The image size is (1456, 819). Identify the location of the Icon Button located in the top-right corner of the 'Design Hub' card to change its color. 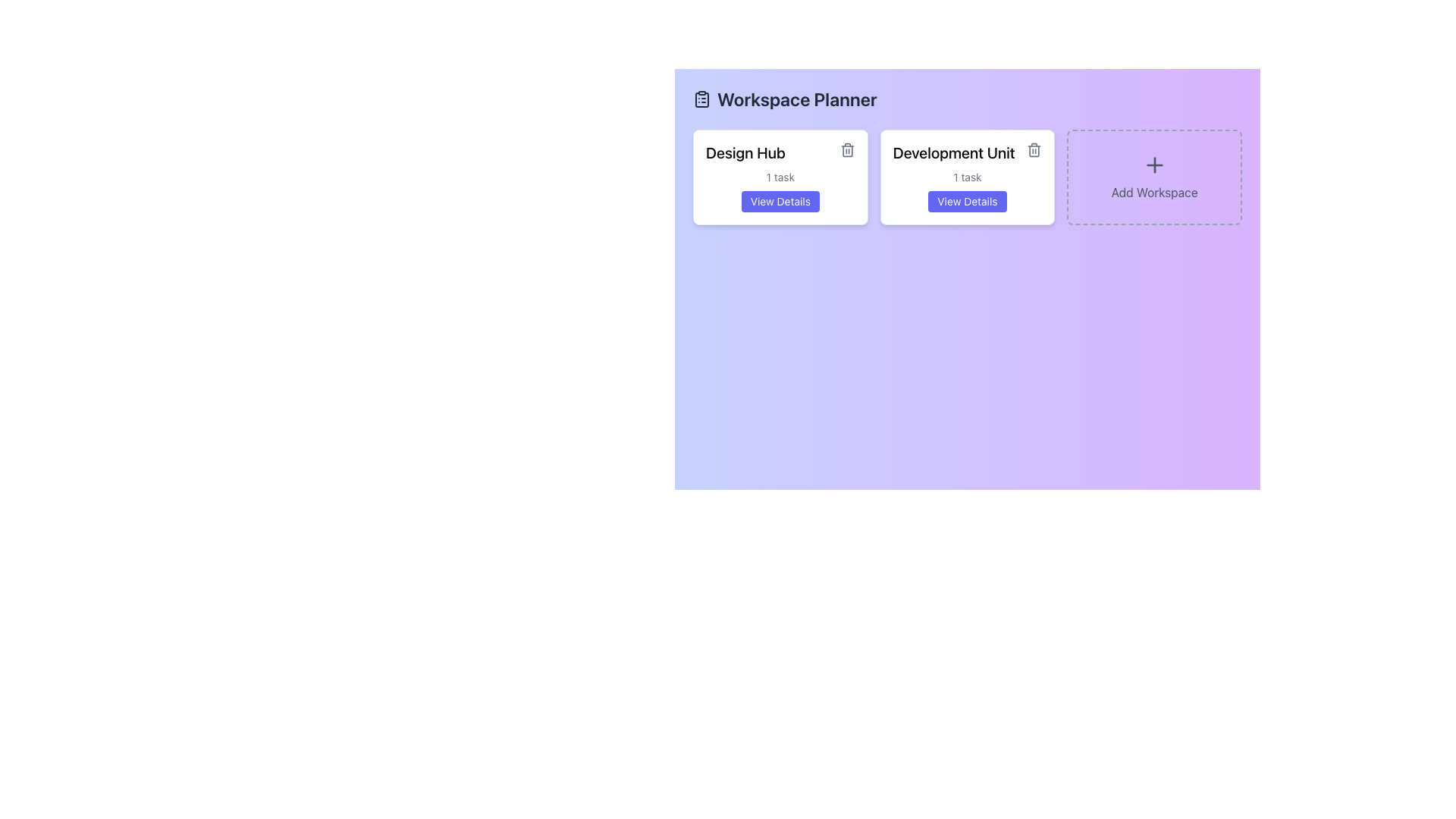
(846, 149).